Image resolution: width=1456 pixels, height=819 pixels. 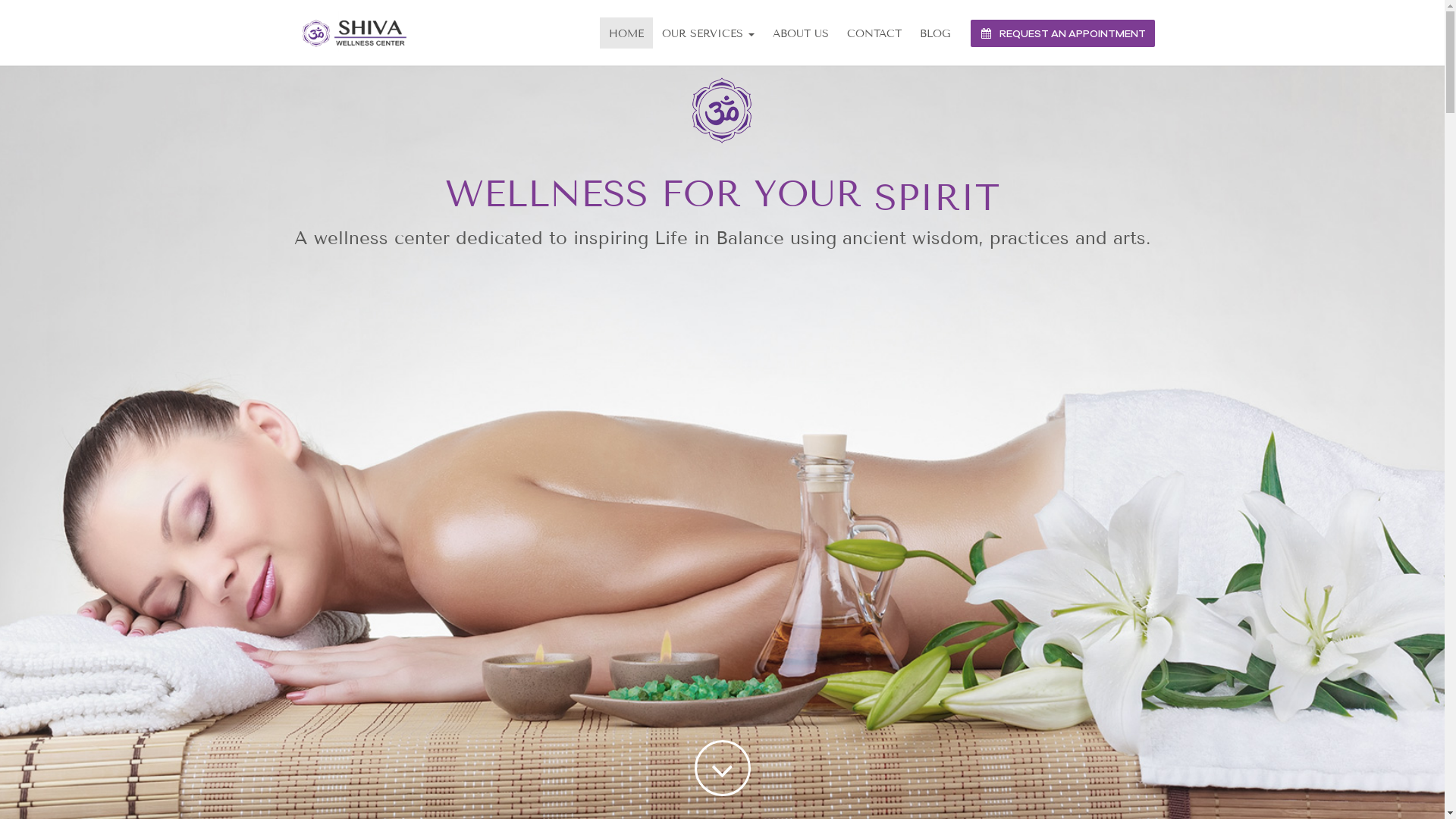 What do you see at coordinates (874, 33) in the screenshot?
I see `'CONTACT'` at bounding box center [874, 33].